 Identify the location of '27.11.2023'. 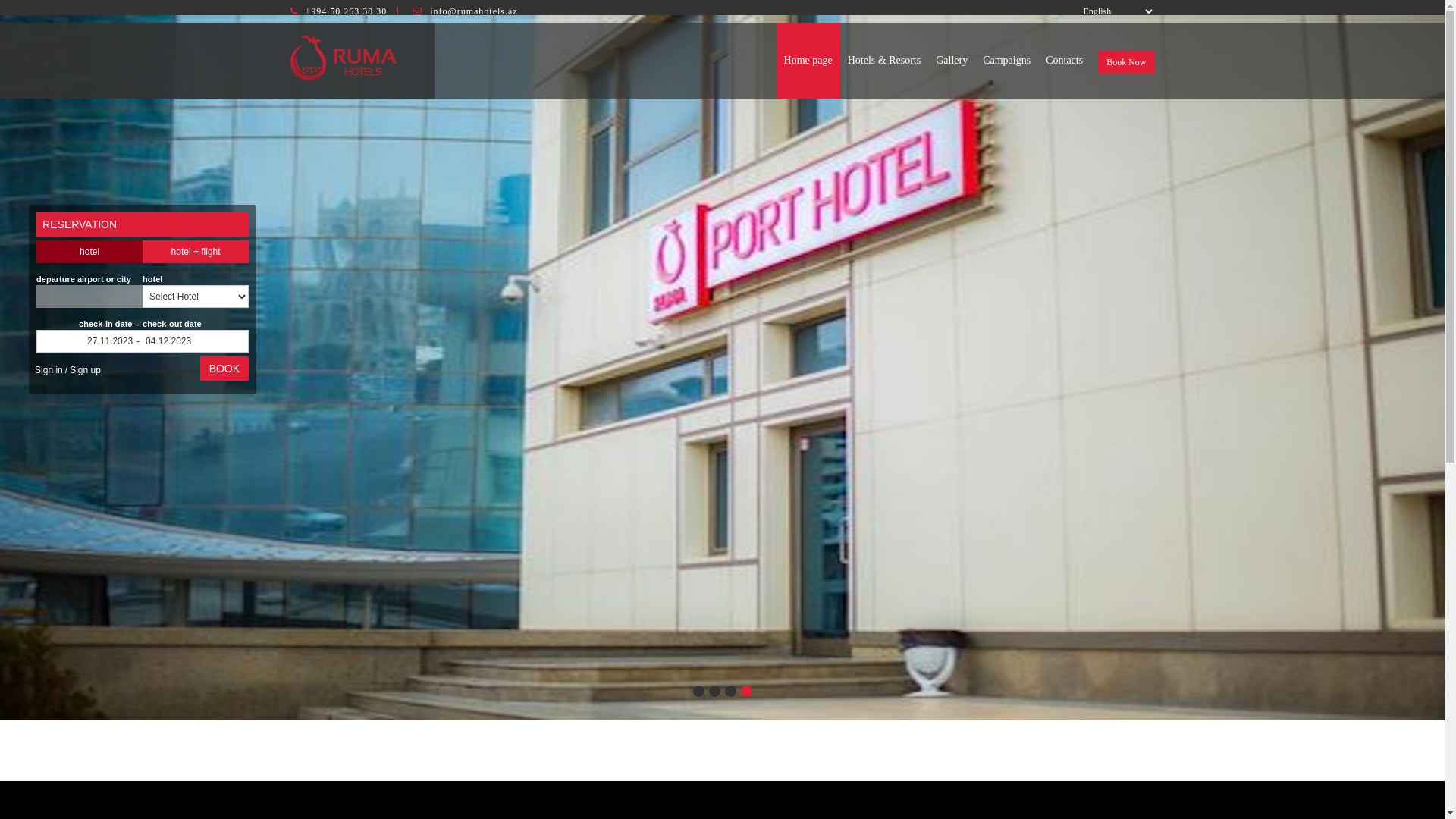
(89, 341).